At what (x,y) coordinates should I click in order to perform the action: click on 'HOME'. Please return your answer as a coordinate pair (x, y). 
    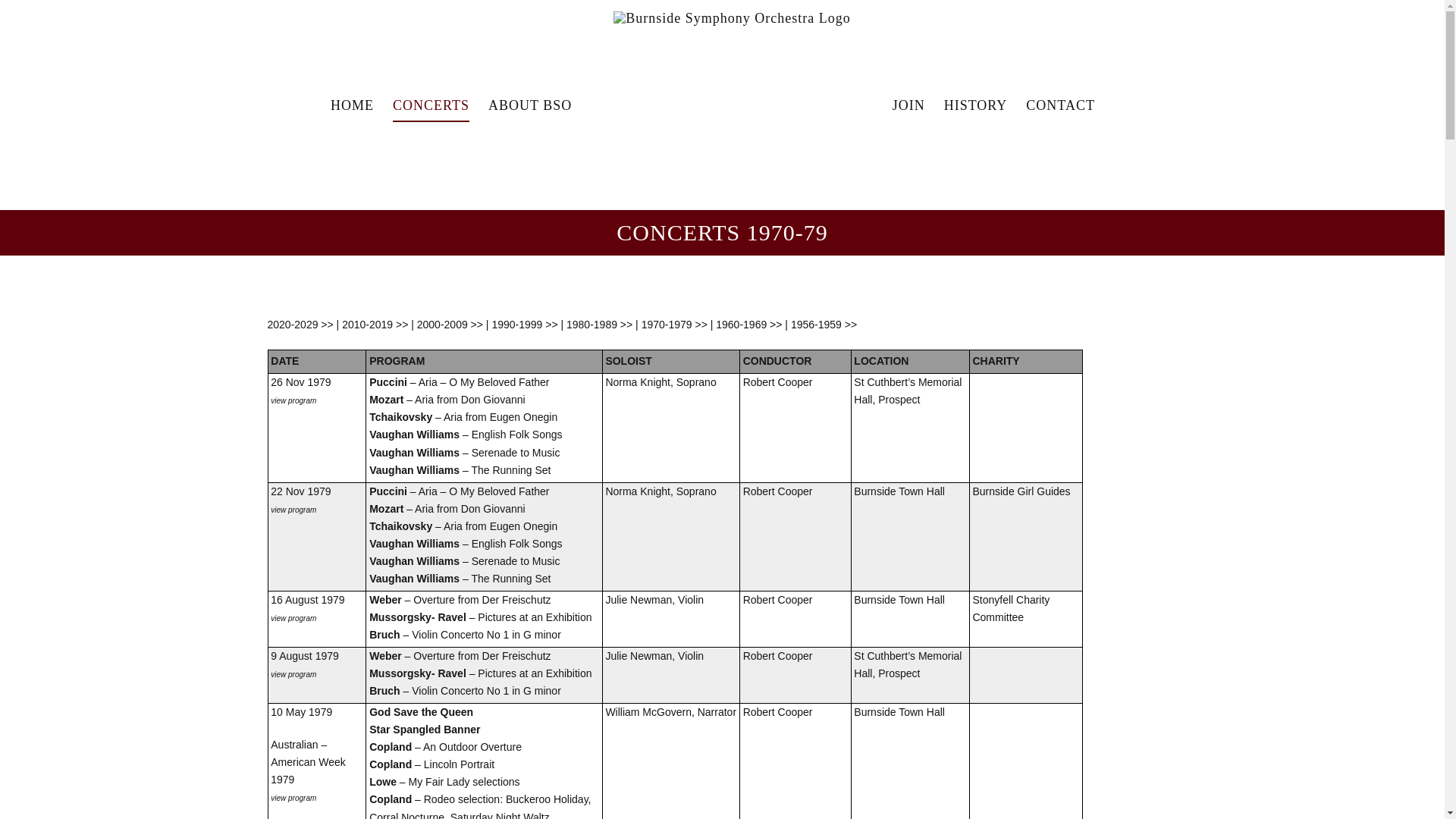
    Looking at the image, I should click on (351, 104).